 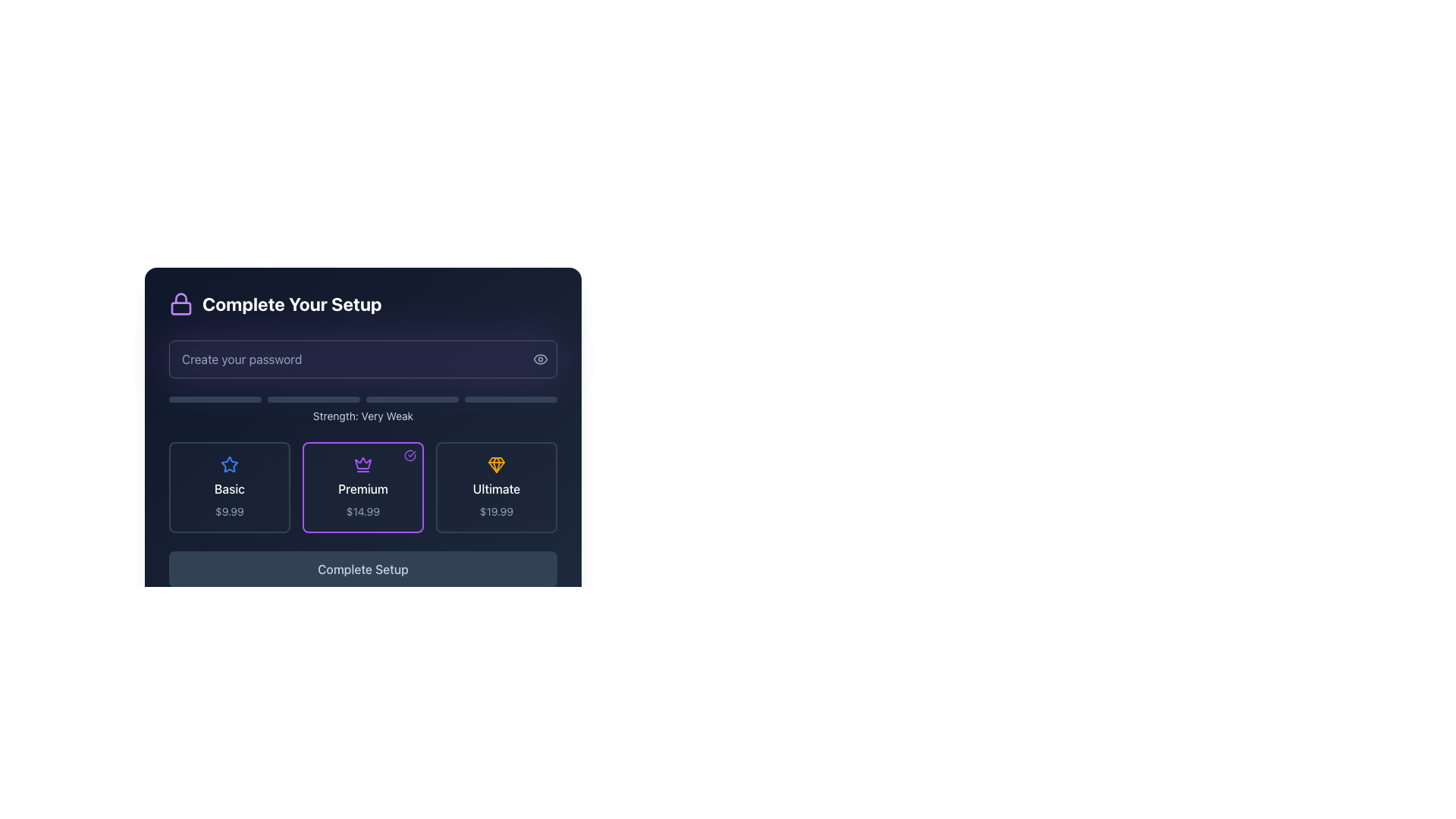 I want to click on the 'Basic' Plan selection card, which features a blue star icon at the top, white text reading 'Basic' in the center, and a price of '$9.99' at the bottom, so click(x=228, y=488).